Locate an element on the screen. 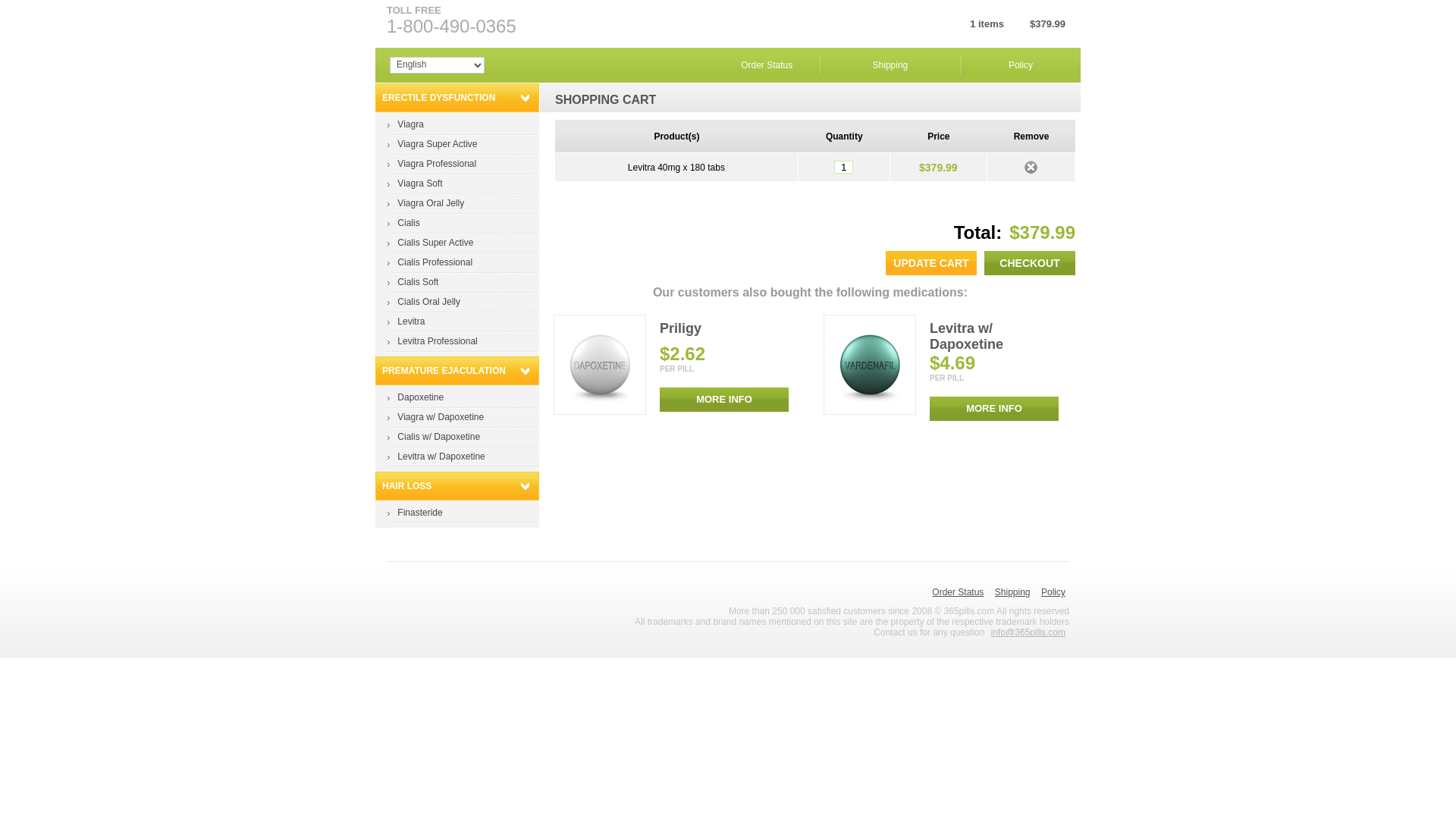  'info@365pills.com' is located at coordinates (1028, 632).